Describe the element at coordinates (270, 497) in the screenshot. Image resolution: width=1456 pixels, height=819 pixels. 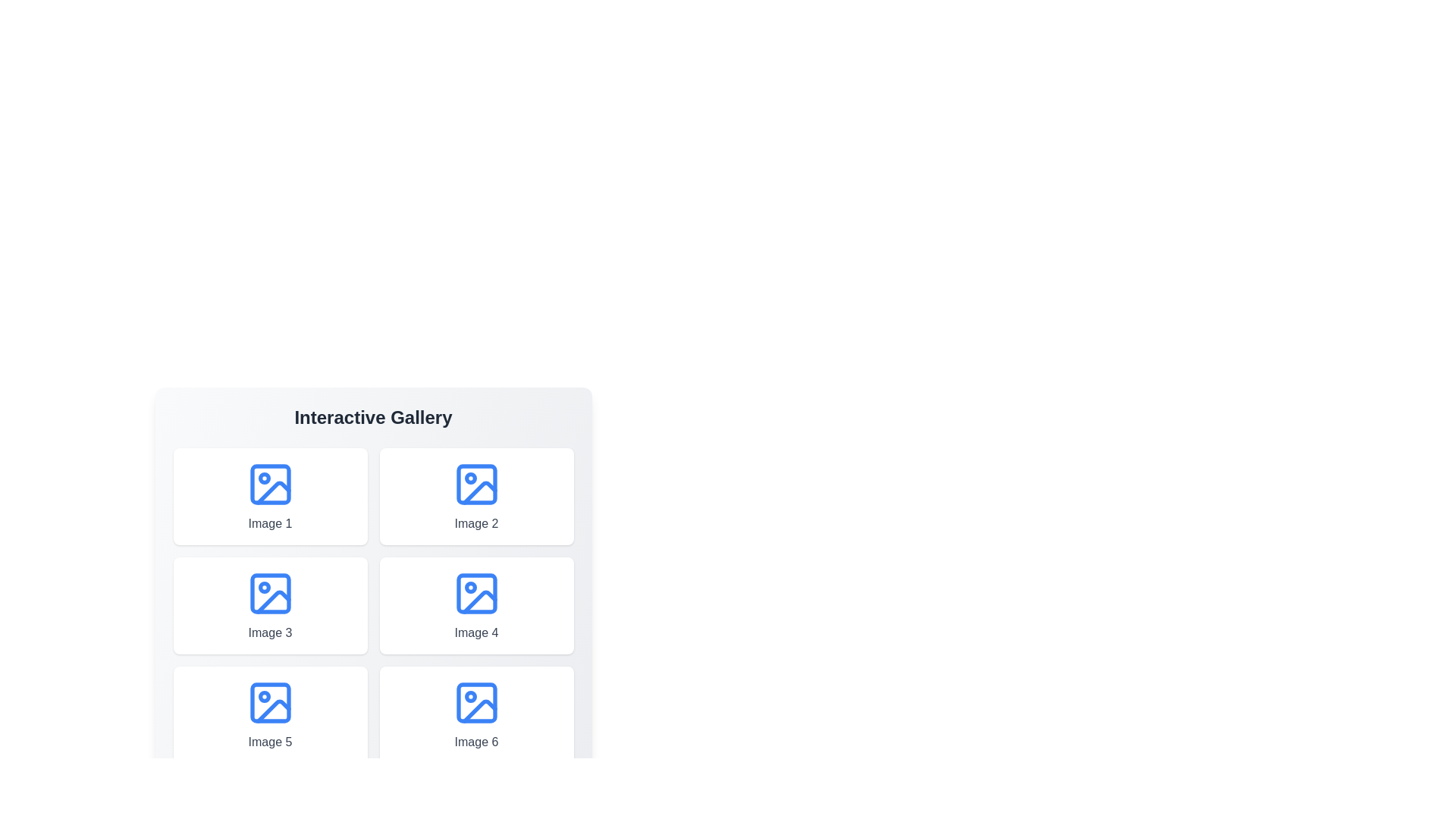
I see `the image labeled Image 1 to view its details` at that location.